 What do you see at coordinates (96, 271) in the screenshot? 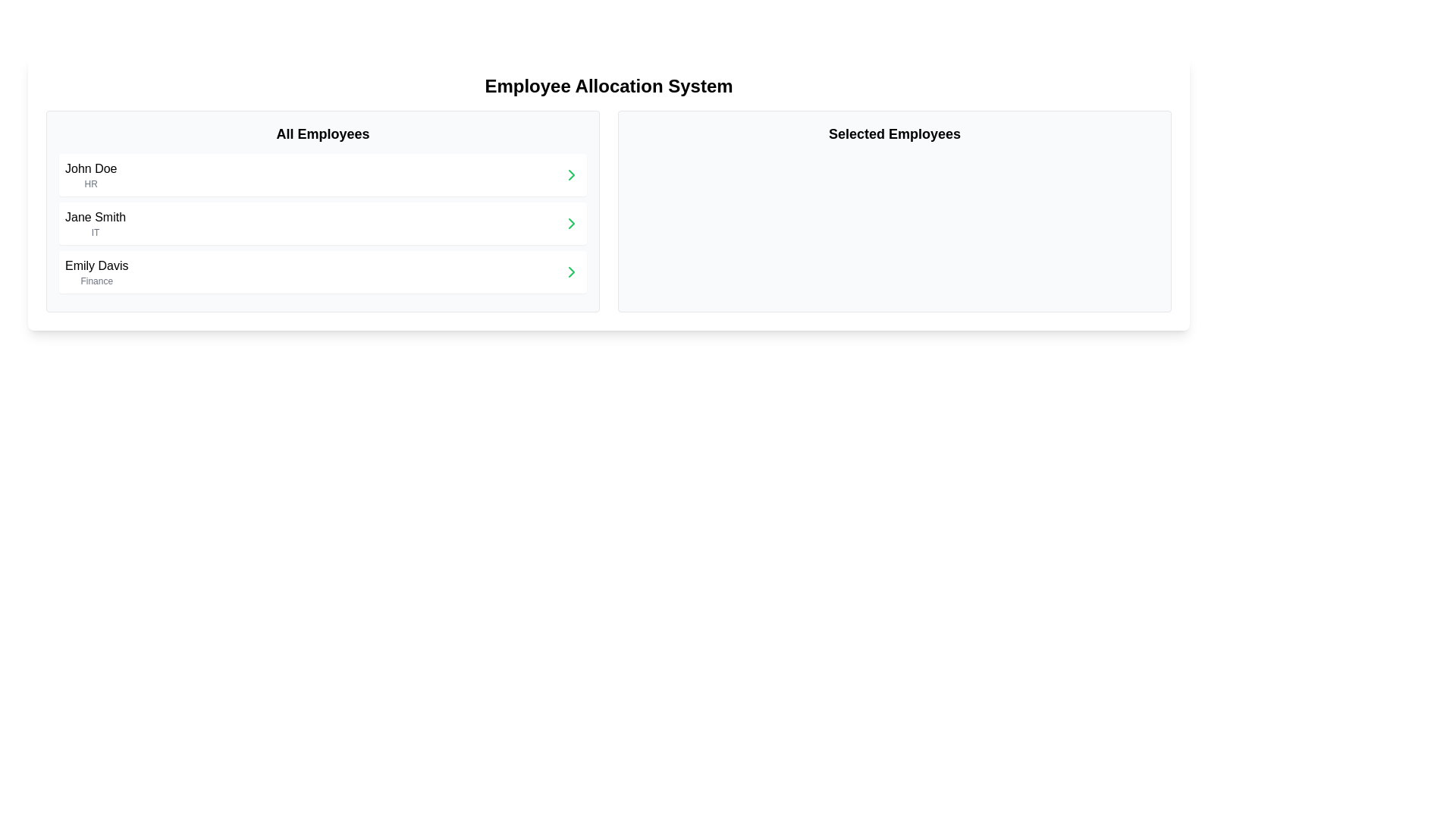
I see `the text block representing the employee's name and department details located in the third row of the 'All Employees' section` at bounding box center [96, 271].